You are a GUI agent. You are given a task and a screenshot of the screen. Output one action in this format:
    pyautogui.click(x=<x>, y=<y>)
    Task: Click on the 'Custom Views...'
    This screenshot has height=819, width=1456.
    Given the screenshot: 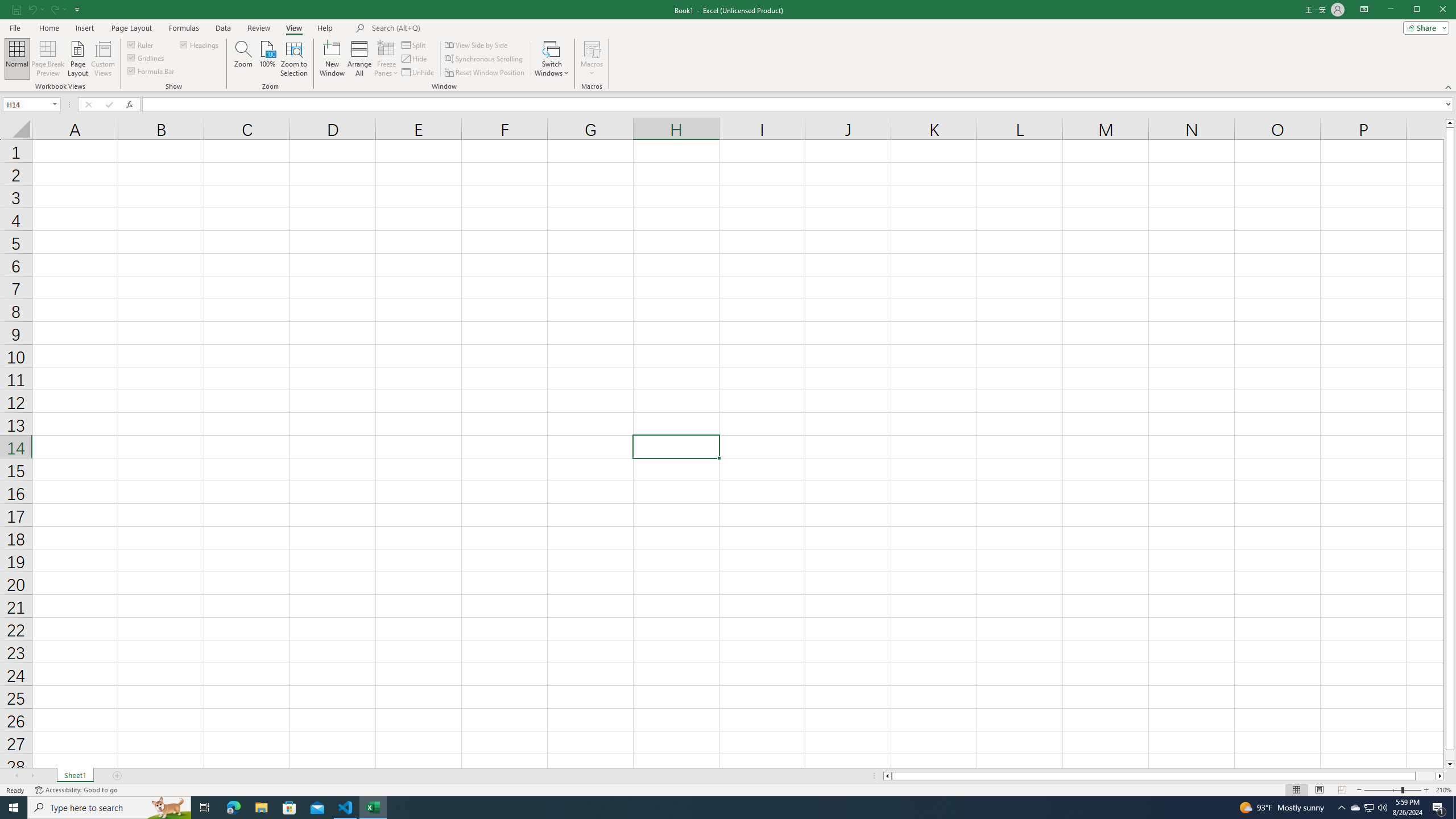 What is the action you would take?
    pyautogui.click(x=102, y=59)
    